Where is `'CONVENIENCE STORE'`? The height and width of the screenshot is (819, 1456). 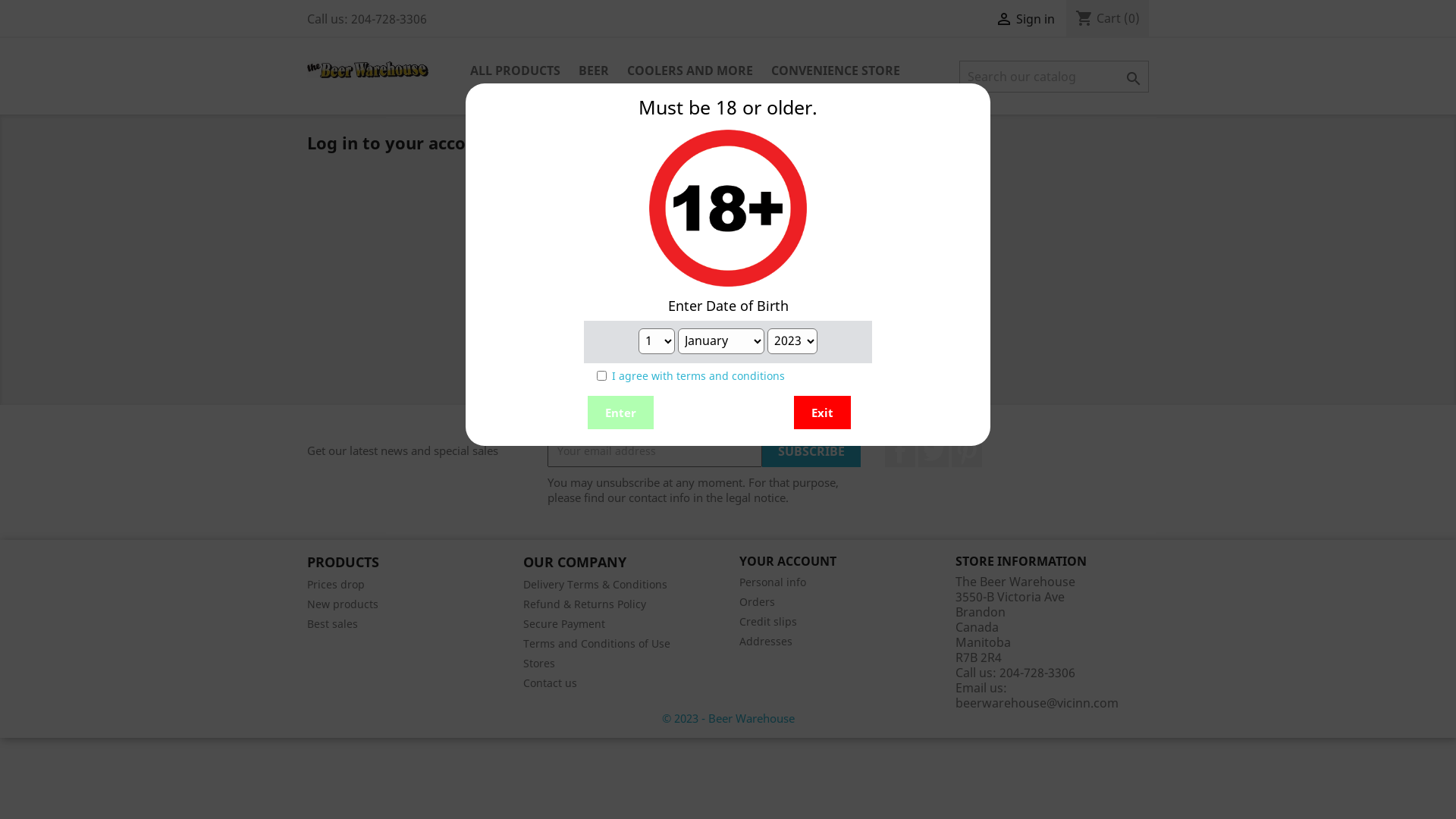 'CONVENIENCE STORE' is located at coordinates (764, 71).